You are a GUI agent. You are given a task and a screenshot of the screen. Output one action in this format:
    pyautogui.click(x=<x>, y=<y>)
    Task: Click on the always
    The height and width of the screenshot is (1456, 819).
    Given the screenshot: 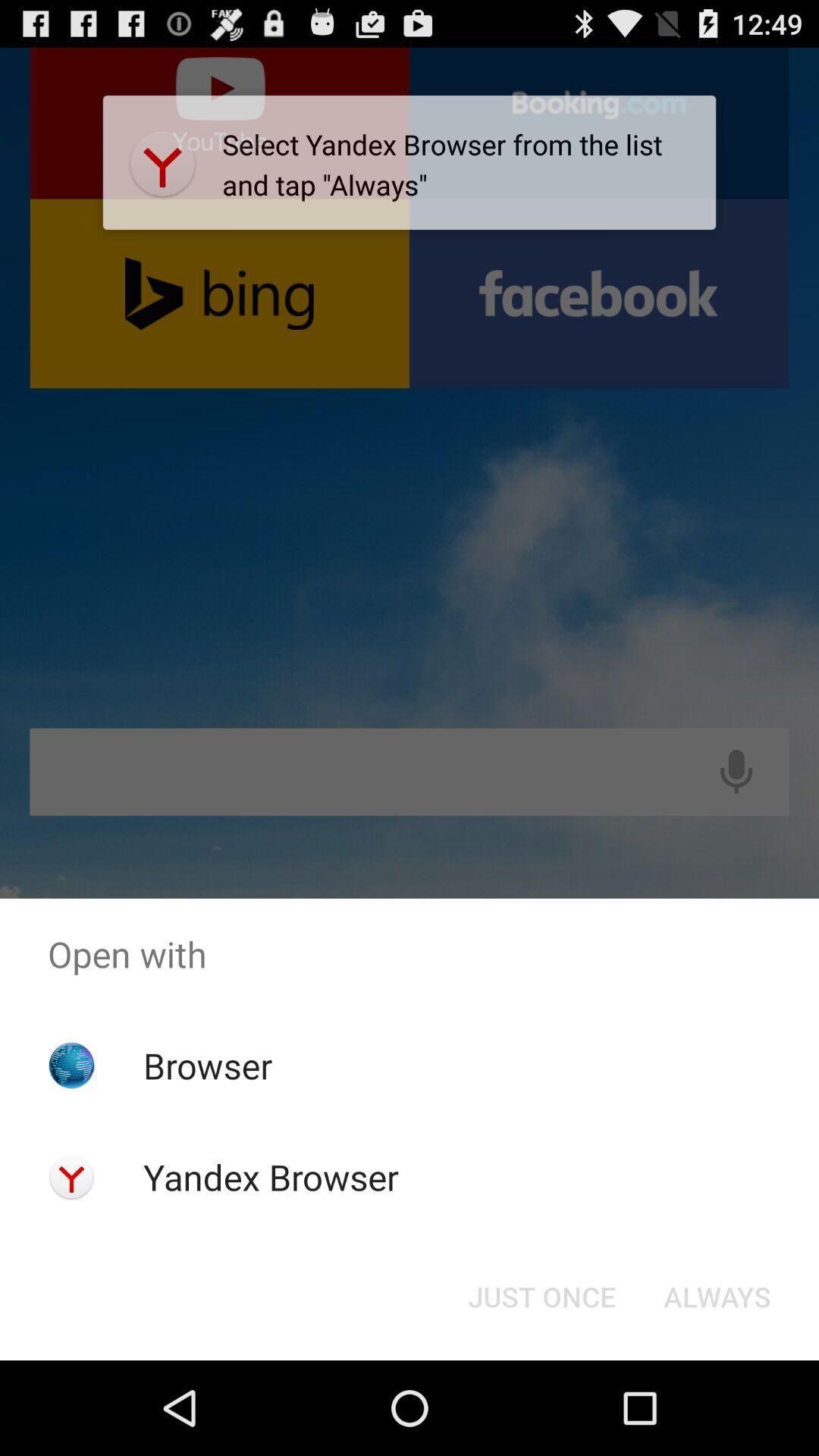 What is the action you would take?
    pyautogui.click(x=717, y=1295)
    